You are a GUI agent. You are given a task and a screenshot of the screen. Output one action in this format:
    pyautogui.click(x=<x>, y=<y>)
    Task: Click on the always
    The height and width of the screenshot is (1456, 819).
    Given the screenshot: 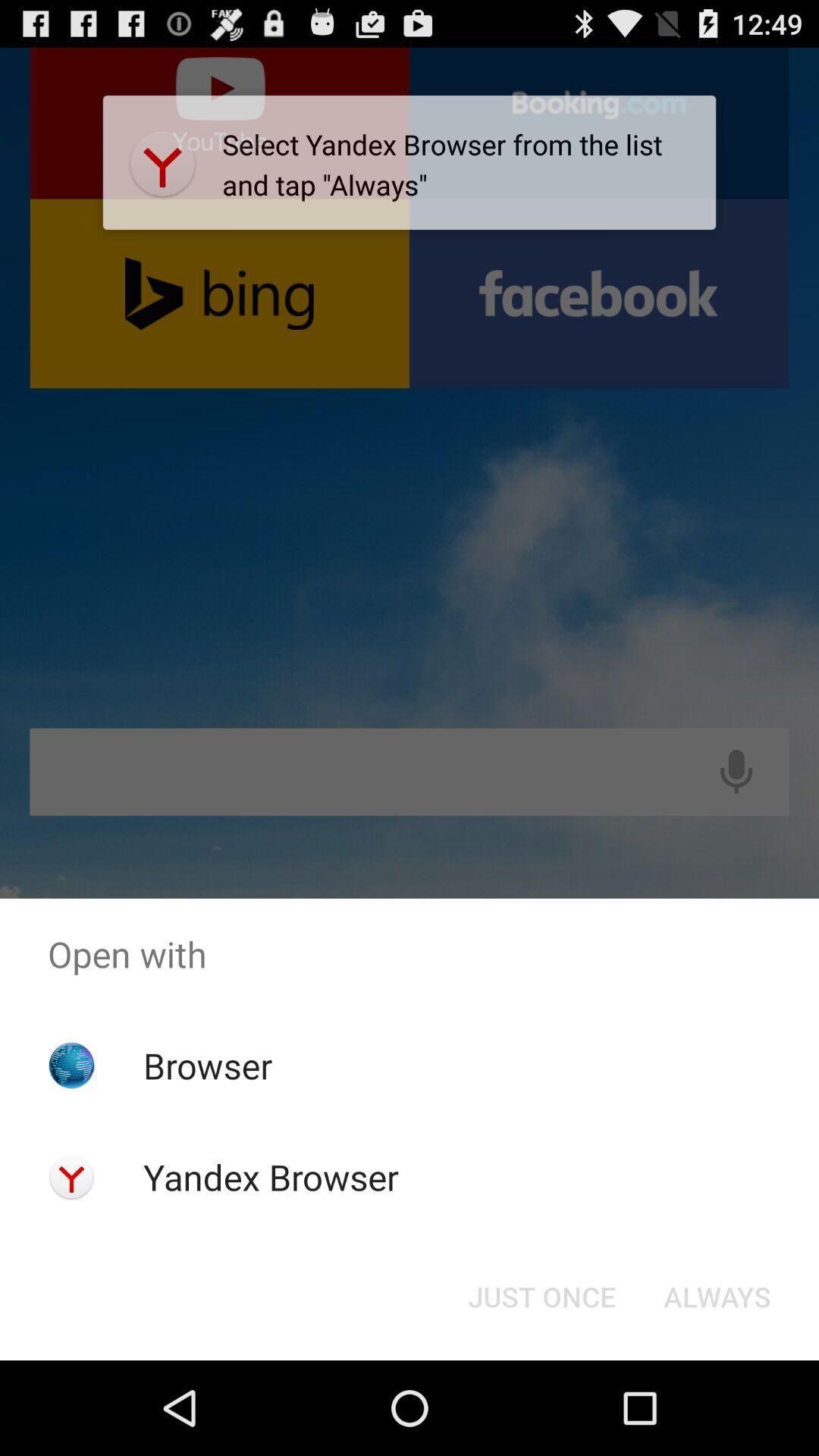 What is the action you would take?
    pyautogui.click(x=717, y=1295)
    